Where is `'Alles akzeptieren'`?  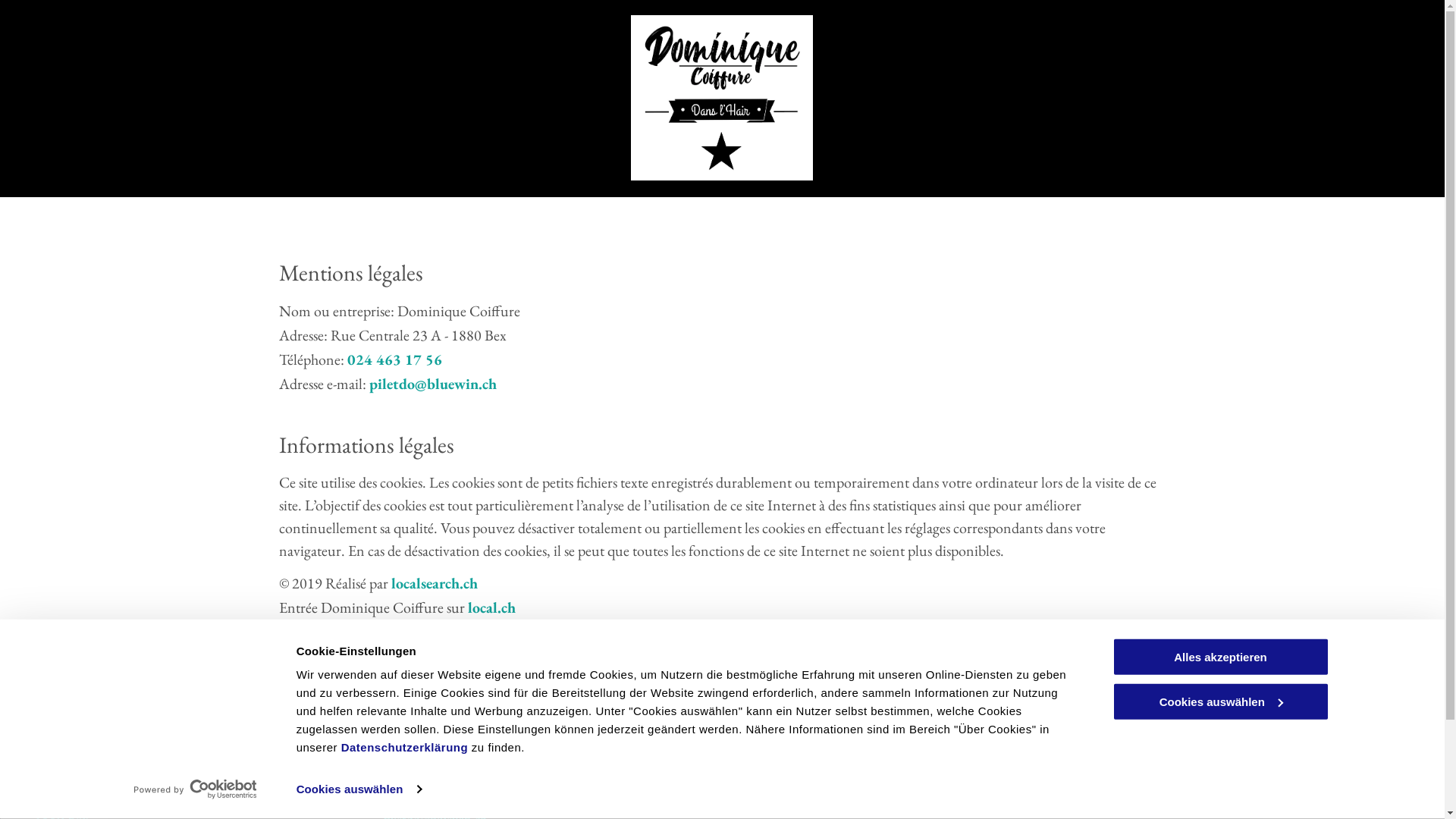 'Alles akzeptieren' is located at coordinates (1219, 656).